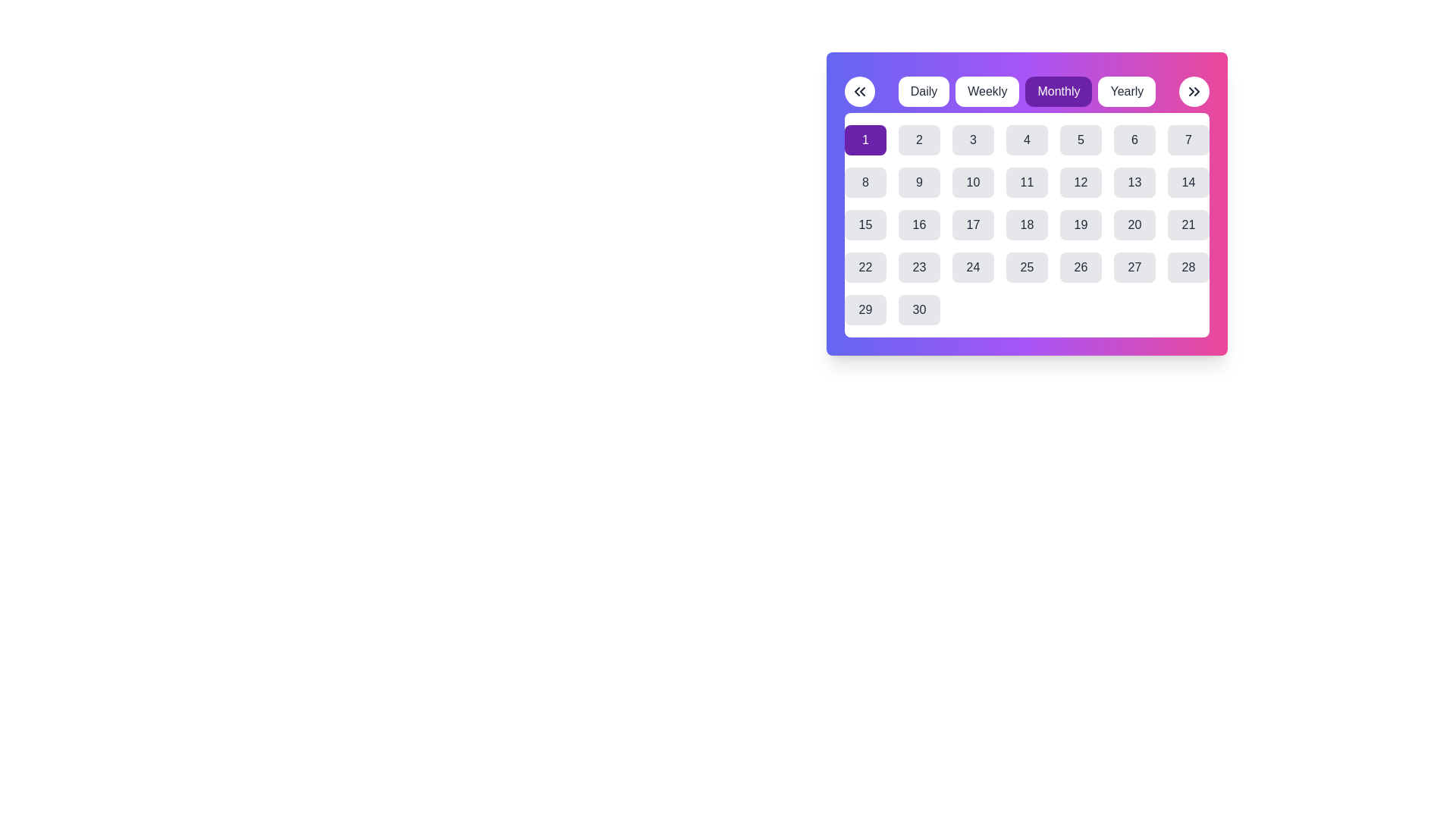 This screenshot has height=819, width=1456. What do you see at coordinates (918, 140) in the screenshot?
I see `the button representing the 2nd day of the month in the calendar interface` at bounding box center [918, 140].